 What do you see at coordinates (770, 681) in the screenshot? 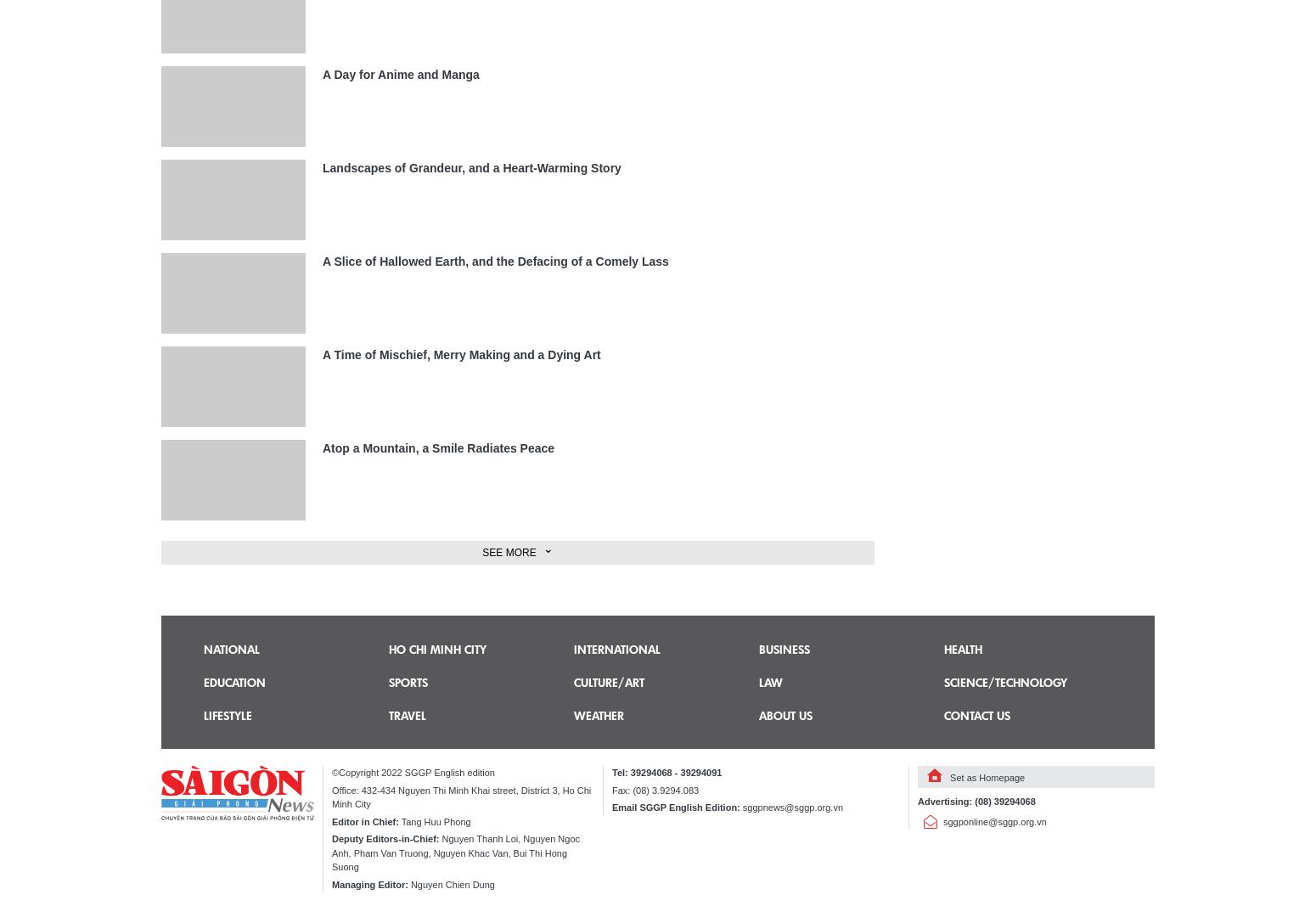
I see `'Law'` at bounding box center [770, 681].